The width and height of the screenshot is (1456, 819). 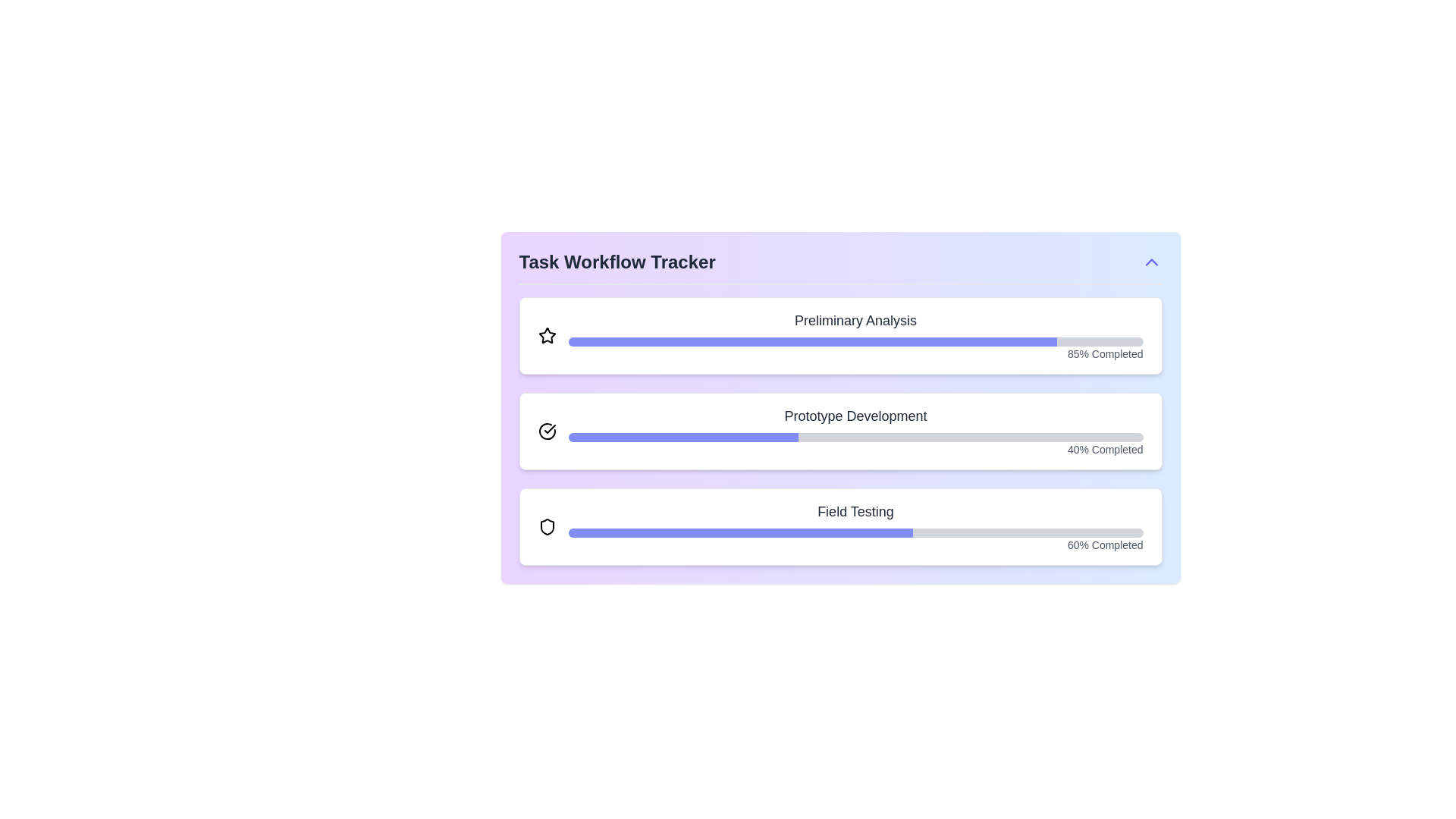 I want to click on the Text Label indicating 'Preliminary Analysis', which serves as the title for the associated card in the task workflow tracker interface, so click(x=855, y=320).